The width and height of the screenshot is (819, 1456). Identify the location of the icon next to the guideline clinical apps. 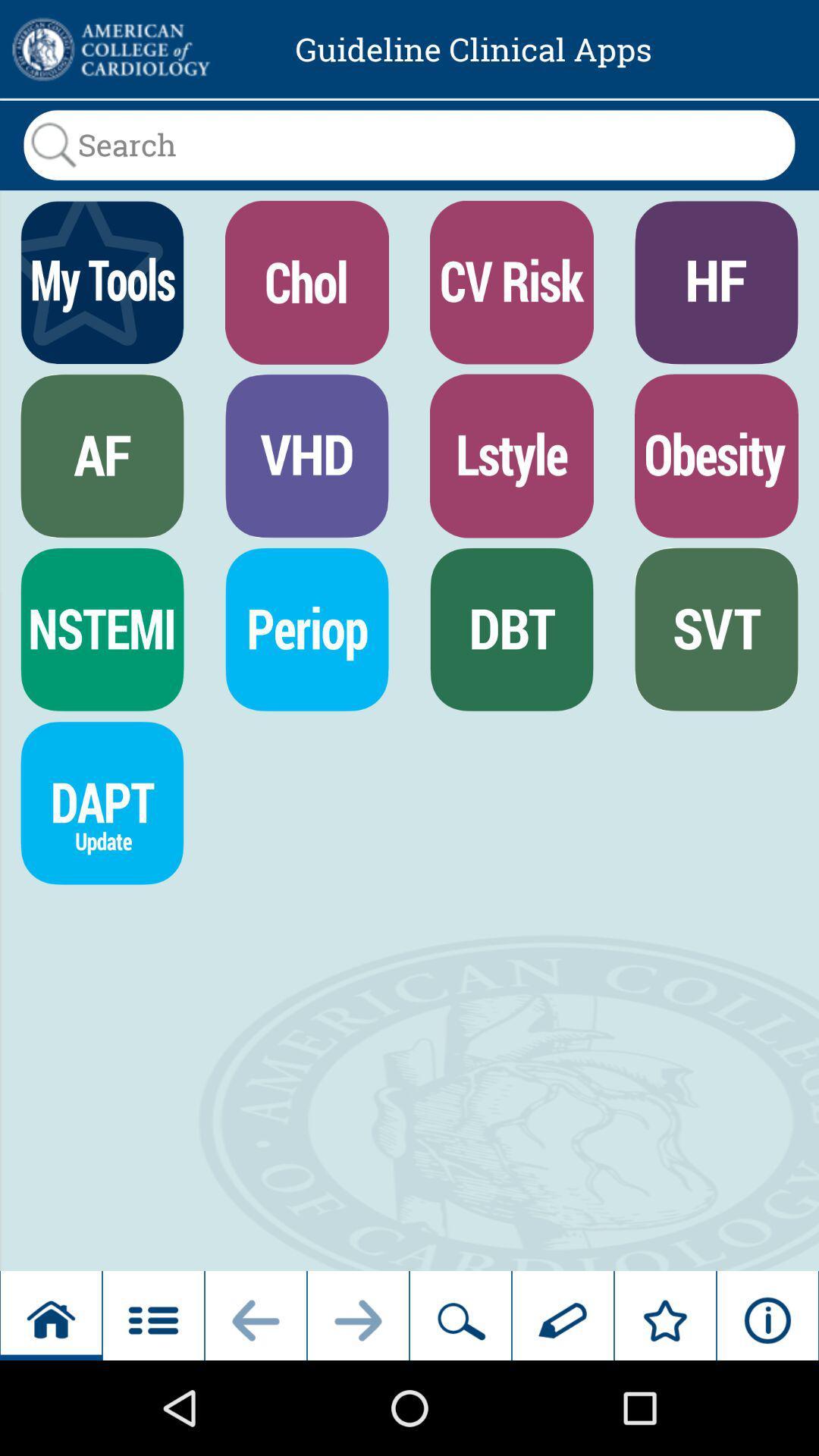
(109, 49).